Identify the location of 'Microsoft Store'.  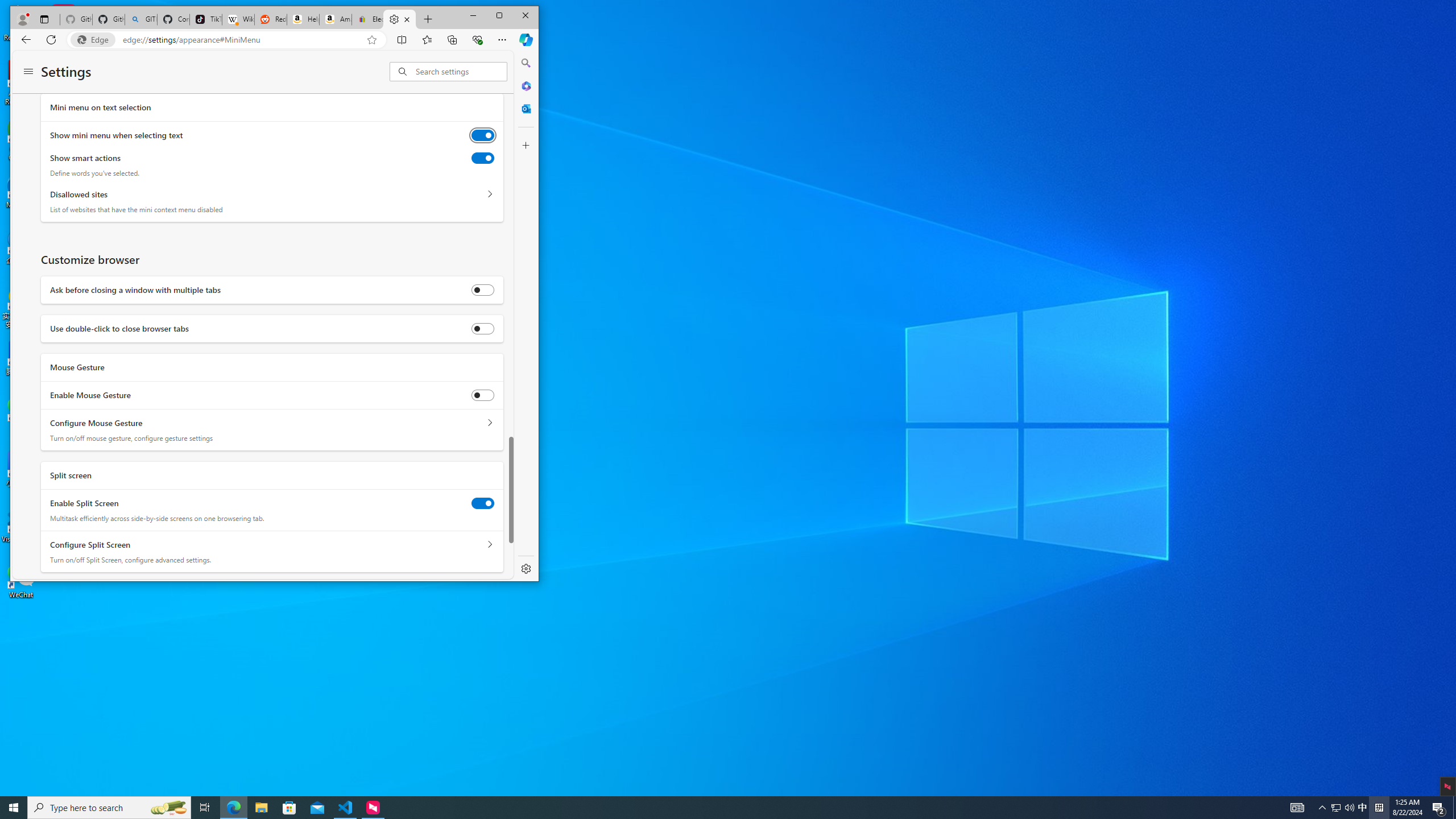
(289, 806).